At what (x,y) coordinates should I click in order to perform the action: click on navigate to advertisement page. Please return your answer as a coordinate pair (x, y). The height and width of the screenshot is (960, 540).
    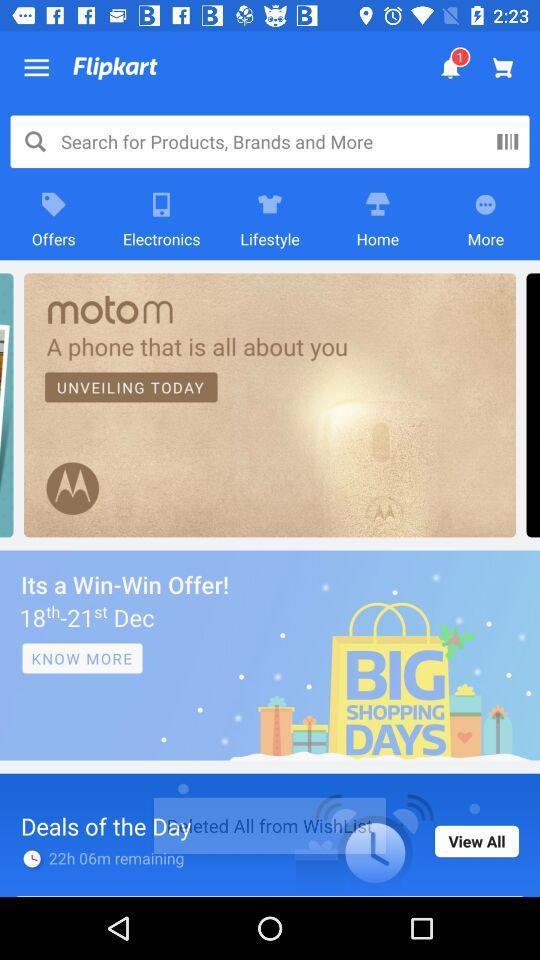
    Looking at the image, I should click on (270, 654).